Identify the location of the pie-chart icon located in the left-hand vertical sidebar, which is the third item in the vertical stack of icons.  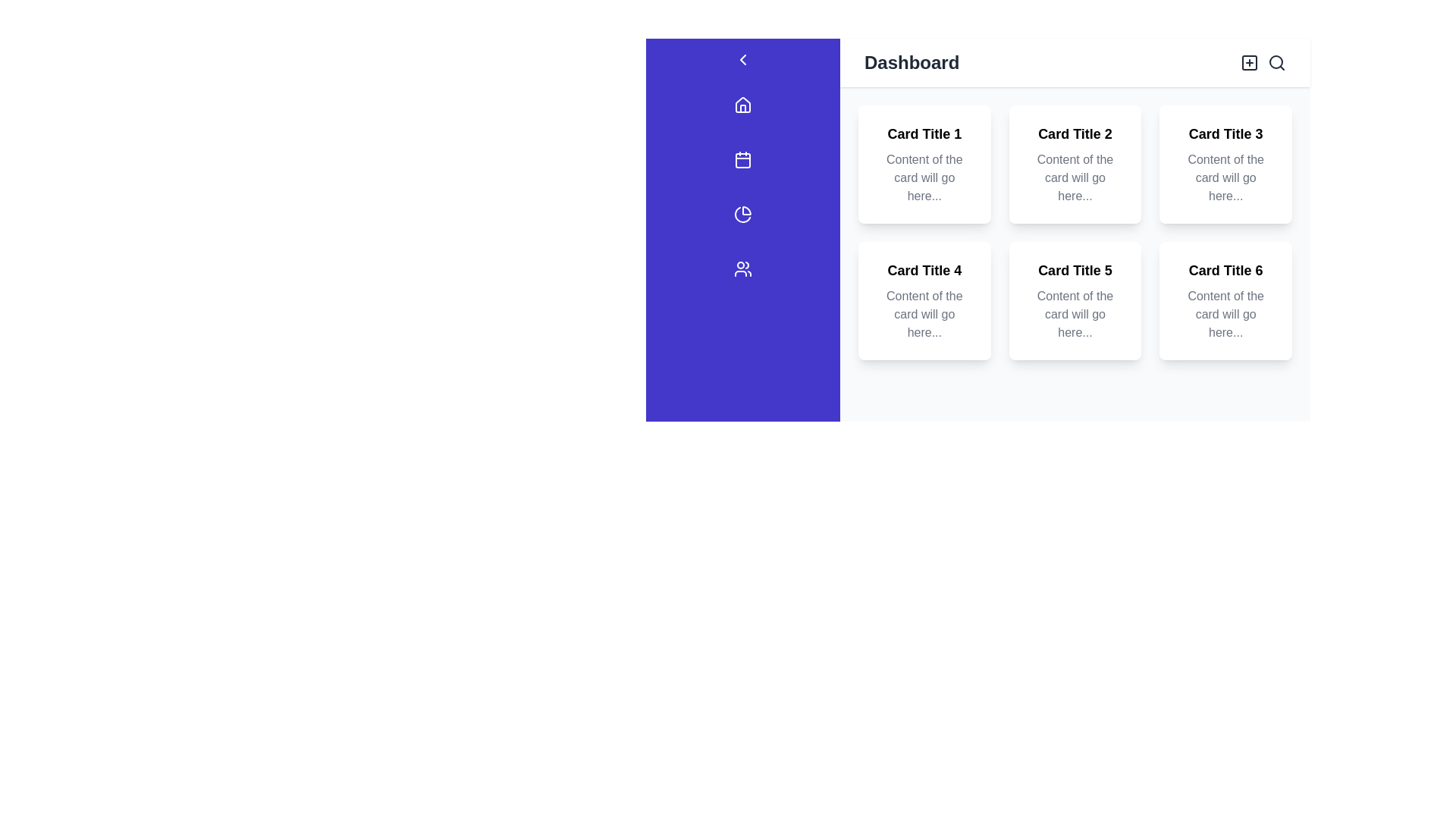
(746, 210).